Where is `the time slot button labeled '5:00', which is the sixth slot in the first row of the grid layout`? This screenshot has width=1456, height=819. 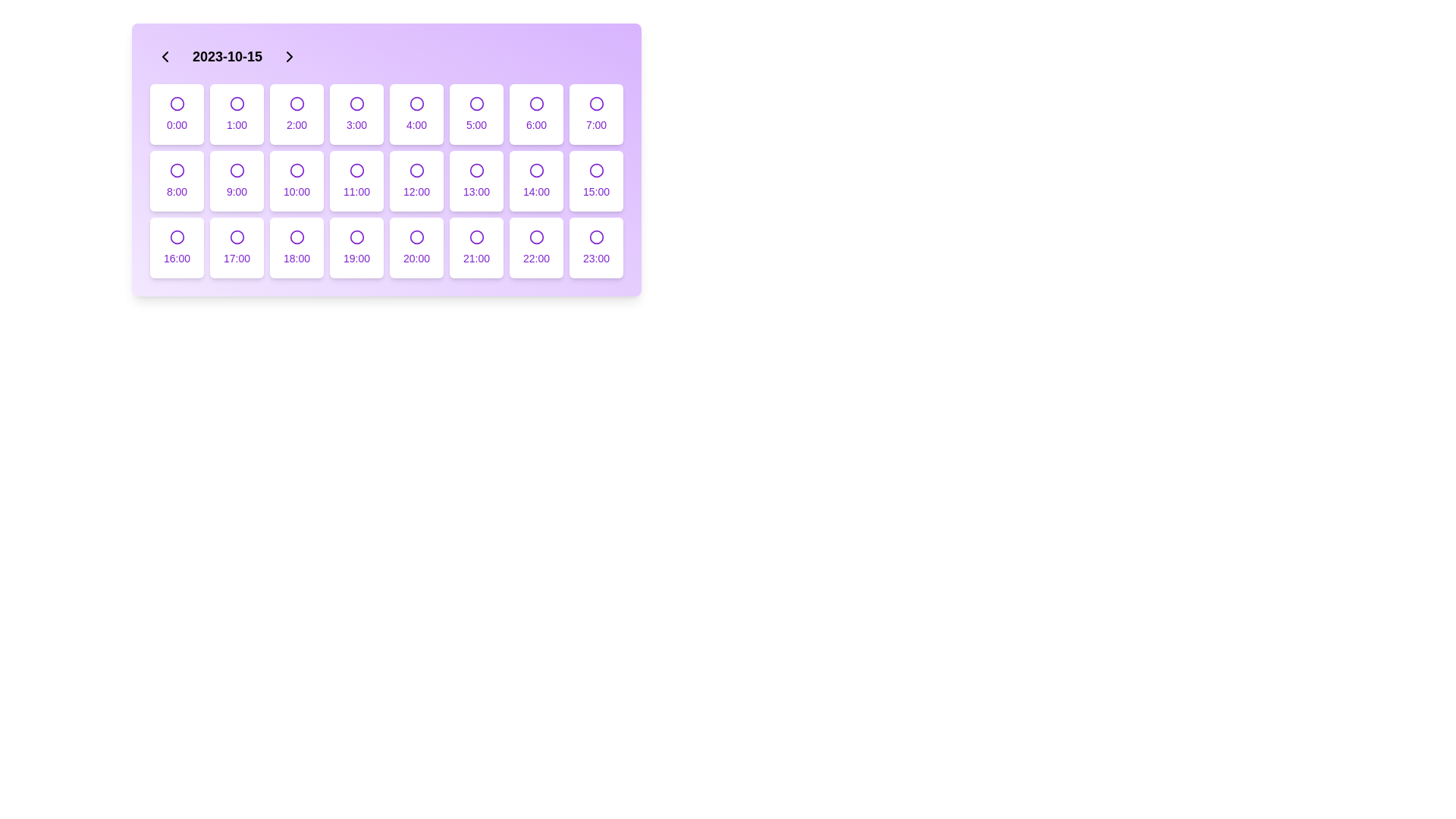 the time slot button labeled '5:00', which is the sixth slot in the first row of the grid layout is located at coordinates (475, 113).